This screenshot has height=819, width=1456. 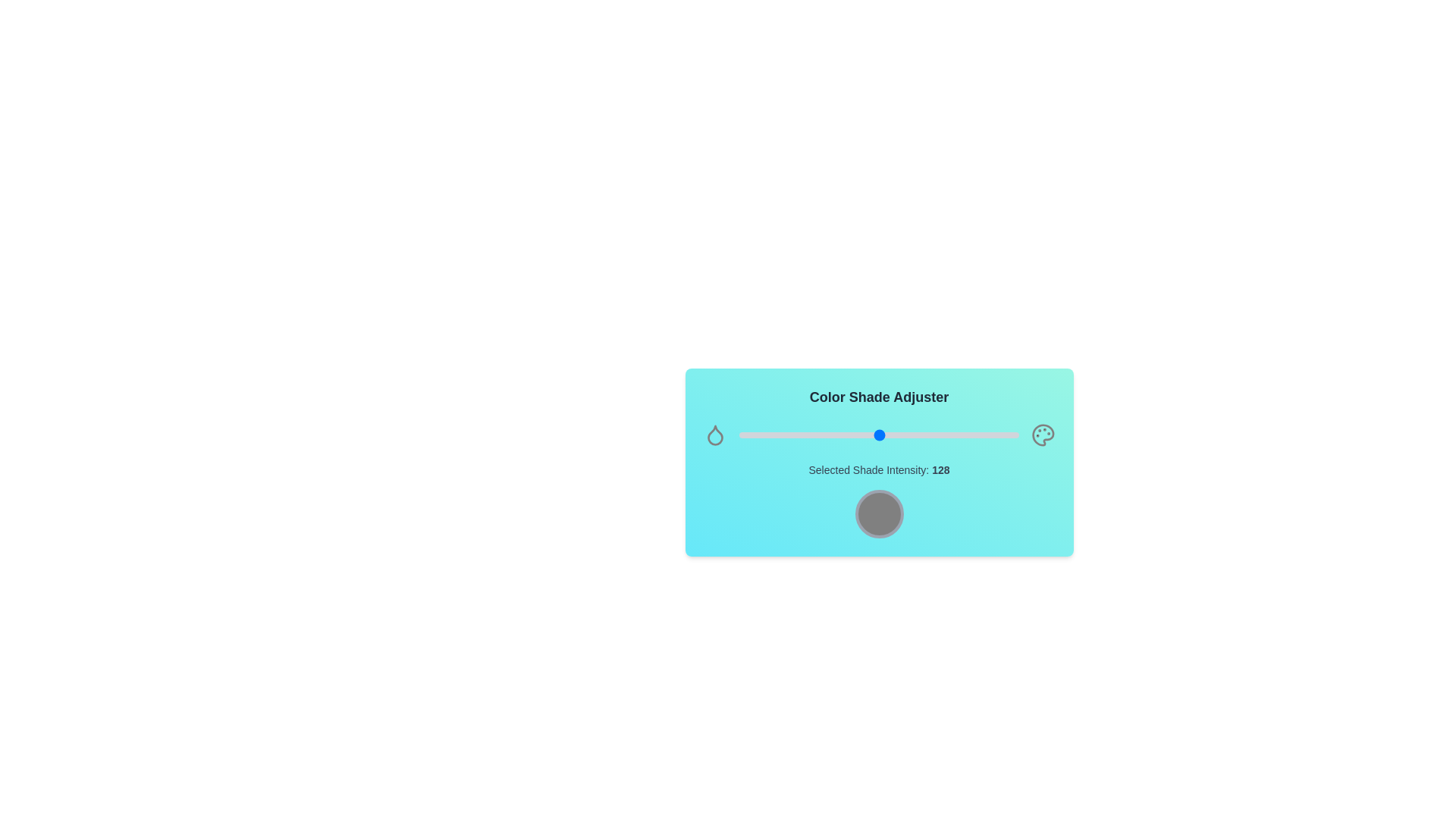 What do you see at coordinates (770, 435) in the screenshot?
I see `the shade intensity slider to 28 value` at bounding box center [770, 435].